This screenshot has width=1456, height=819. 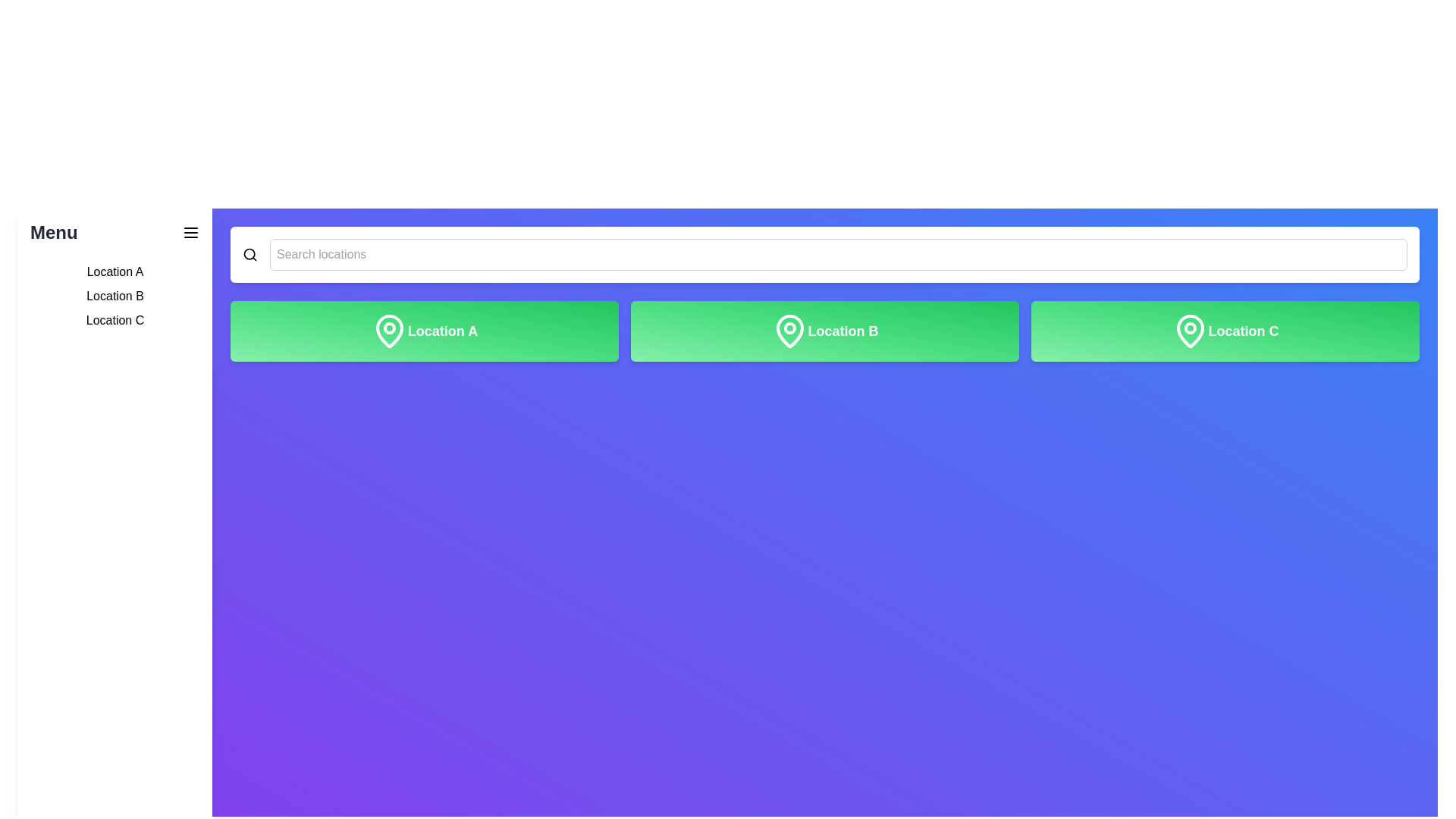 What do you see at coordinates (1189, 327) in the screenshot?
I see `properties of the graphical icon, which is a circular shape within a location marker icon located to the right of a series of green rectangular buttons at the top of the interface` at bounding box center [1189, 327].